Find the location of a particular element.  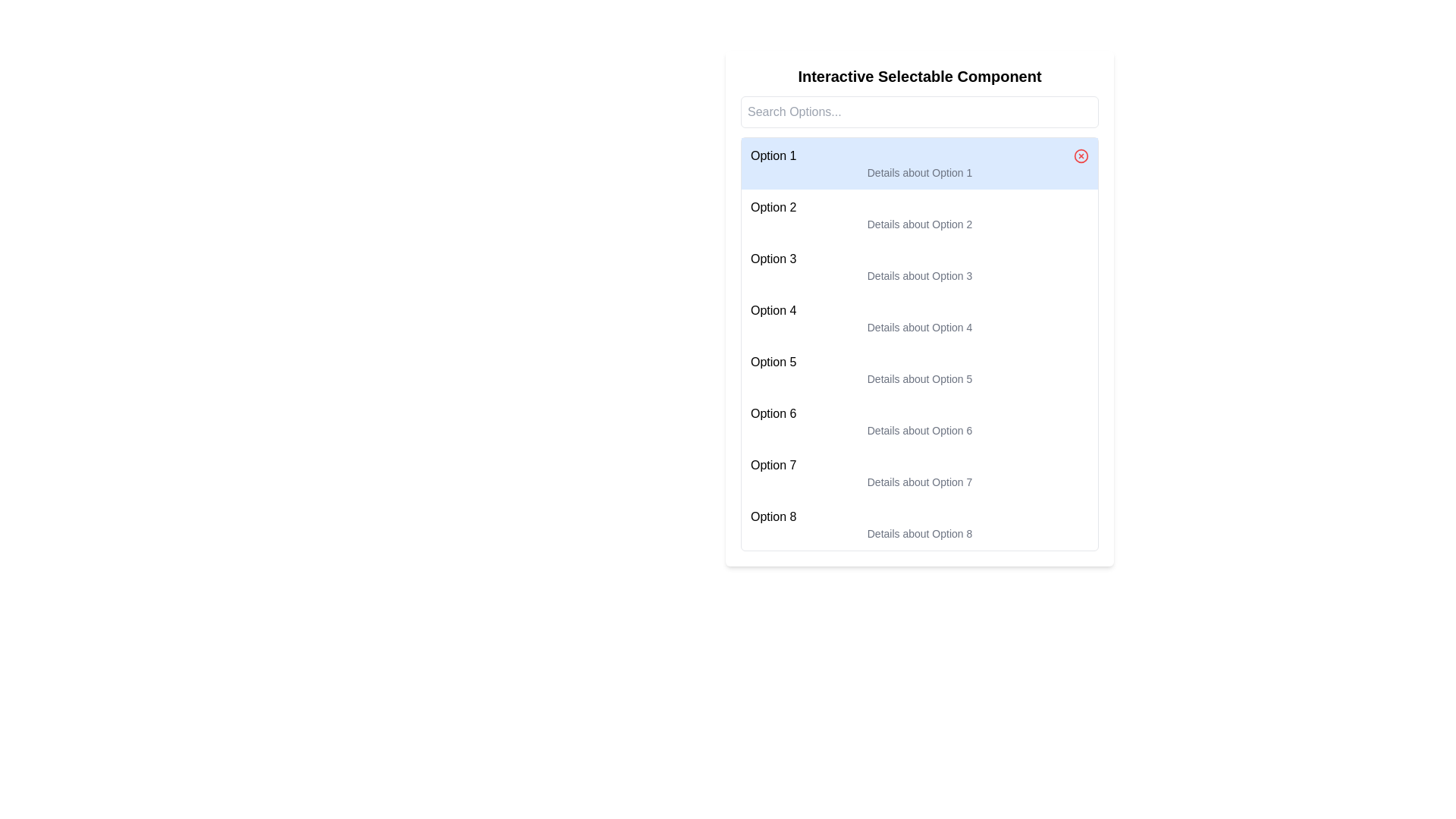

to select the sixth option in the vertical list of selectable options, located in the middle right portion of the interface is located at coordinates (919, 421).